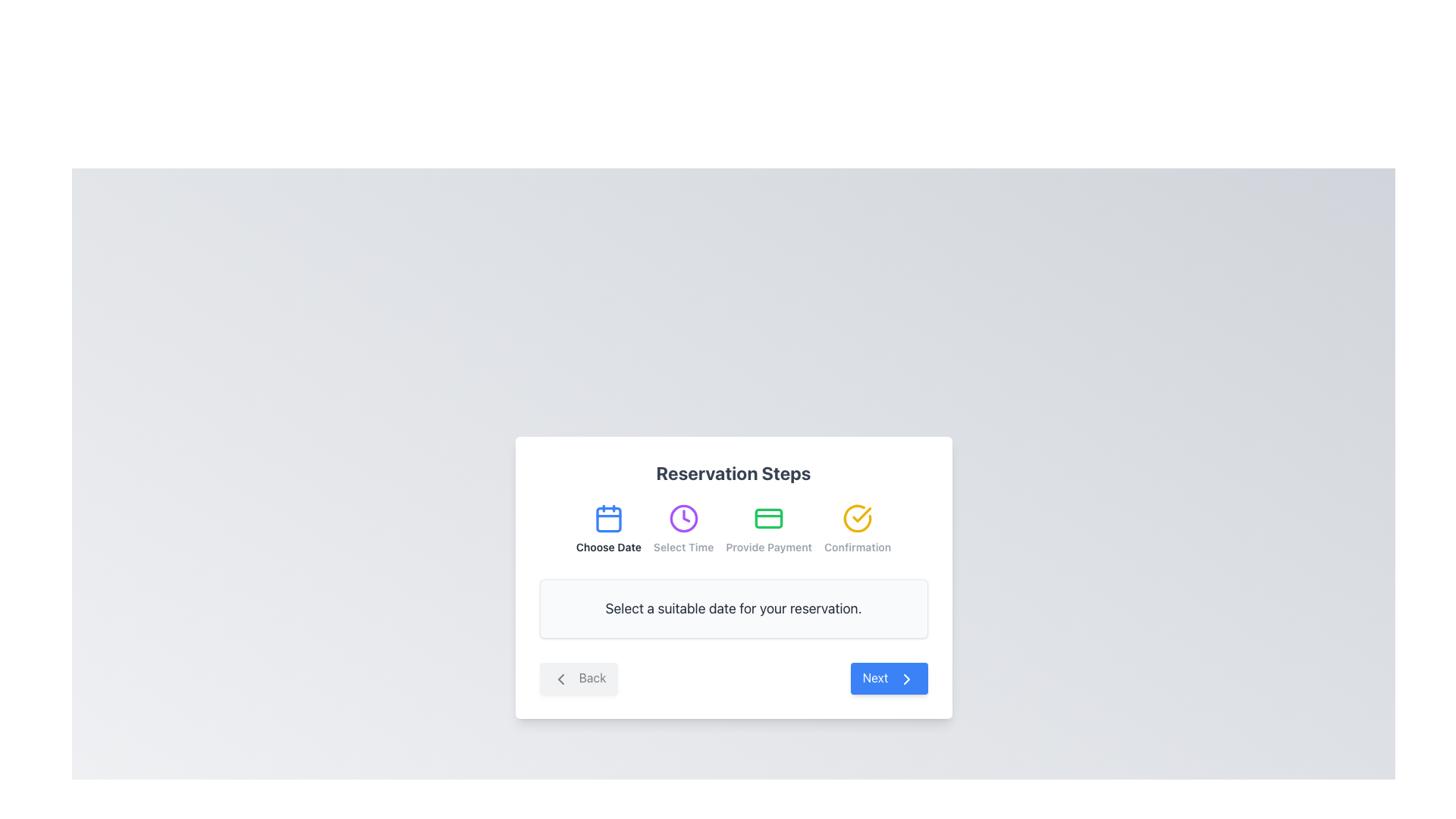  What do you see at coordinates (906, 678) in the screenshot?
I see `the 'Next' button icon, which is visually indicated by its blue rectangle and is located towards the bottom-right of the interface` at bounding box center [906, 678].